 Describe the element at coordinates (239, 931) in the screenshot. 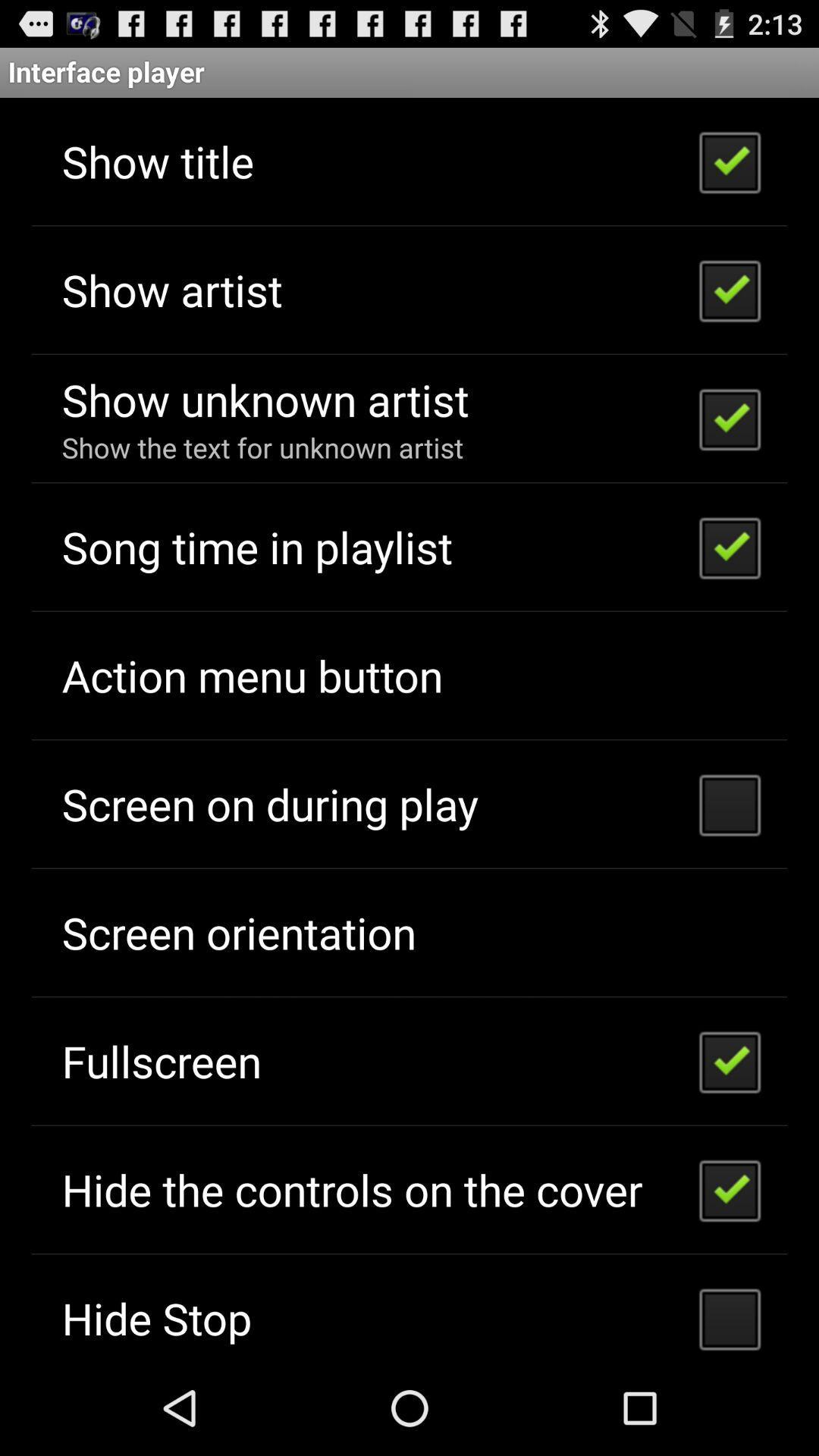

I see `the app below screen on during app` at that location.